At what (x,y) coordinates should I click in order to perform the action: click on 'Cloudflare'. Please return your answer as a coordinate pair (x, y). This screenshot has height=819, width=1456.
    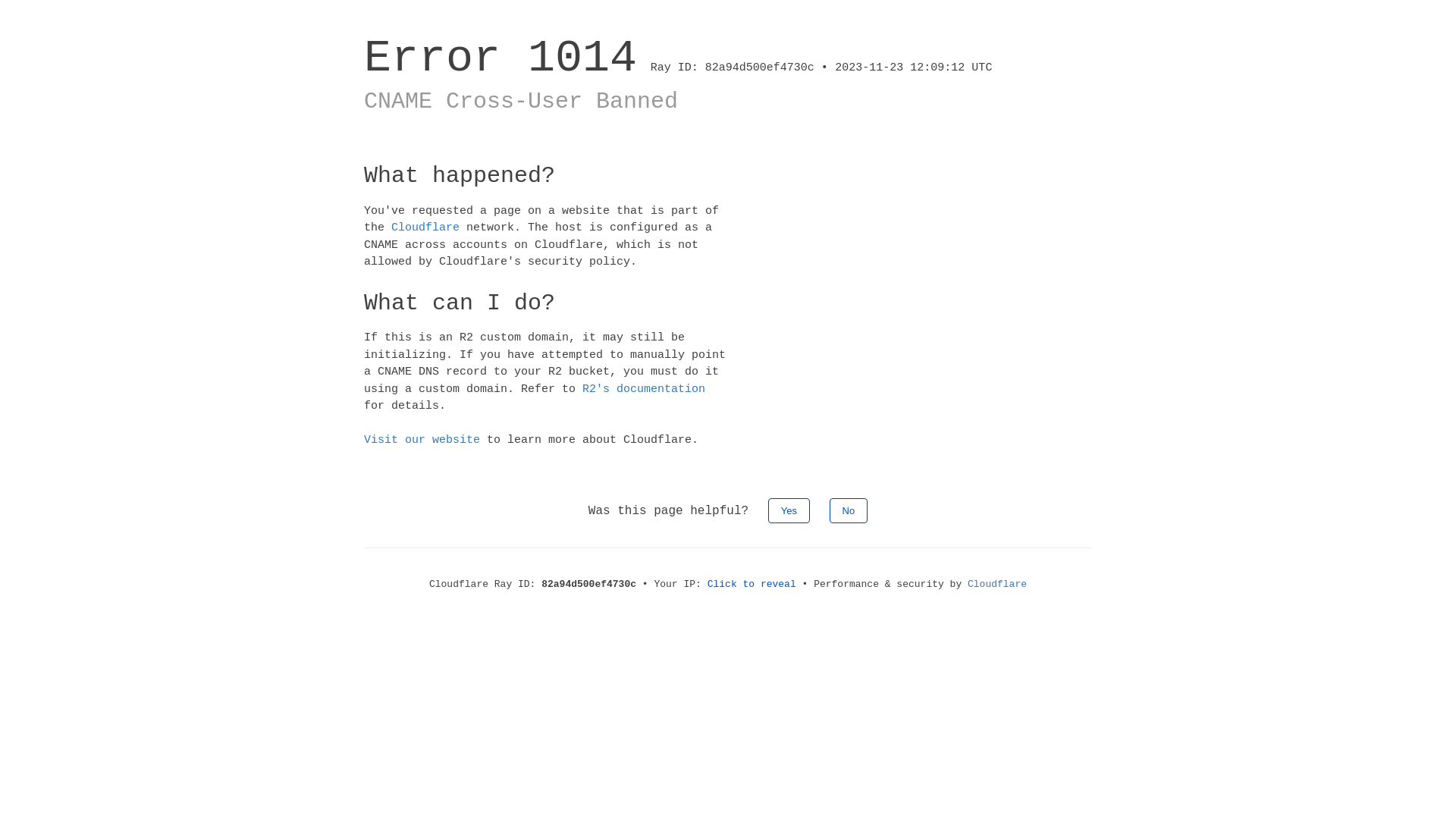
    Looking at the image, I should click on (425, 227).